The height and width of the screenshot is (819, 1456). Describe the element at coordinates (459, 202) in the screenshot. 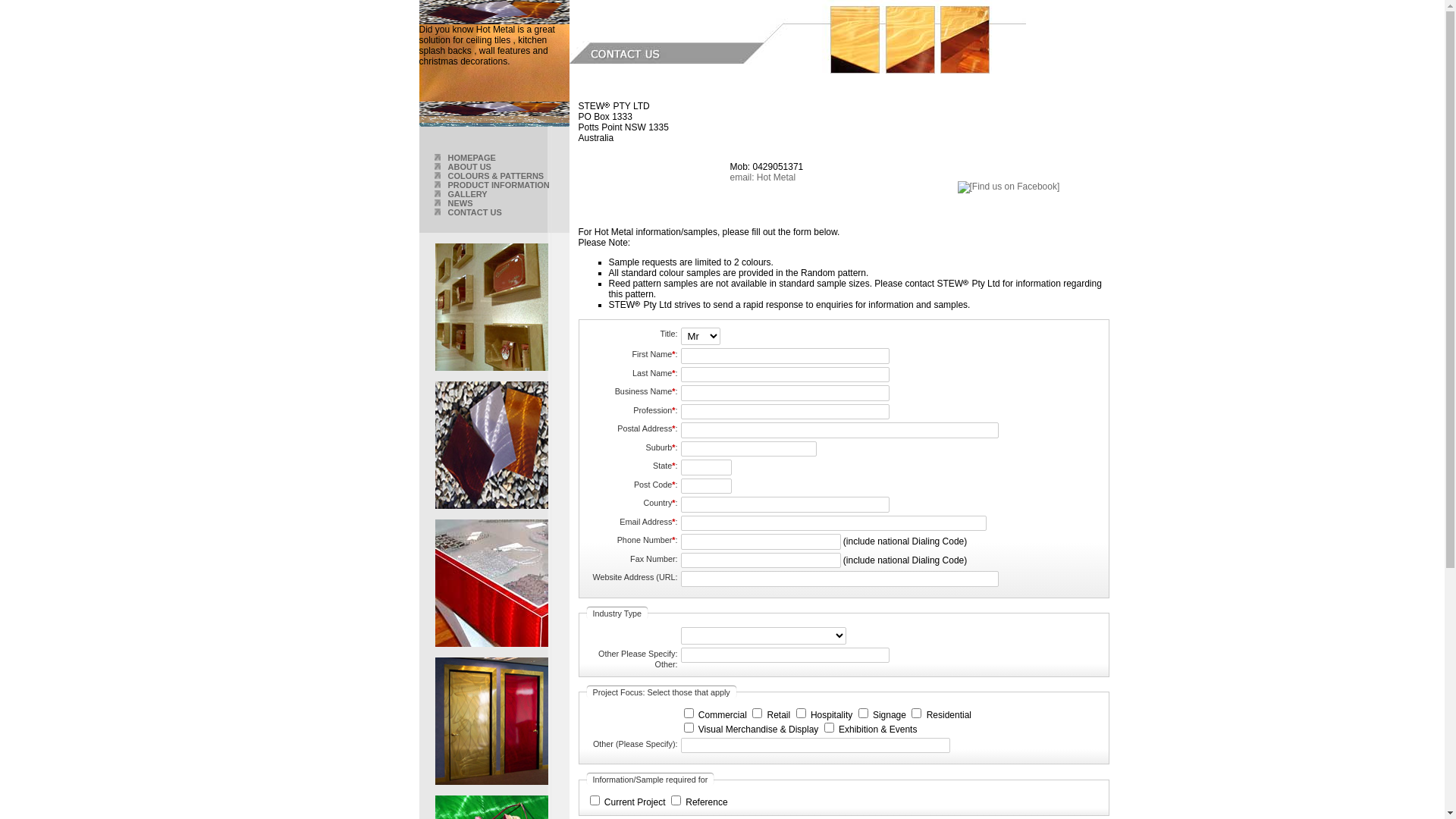

I see `'NEWS'` at that location.